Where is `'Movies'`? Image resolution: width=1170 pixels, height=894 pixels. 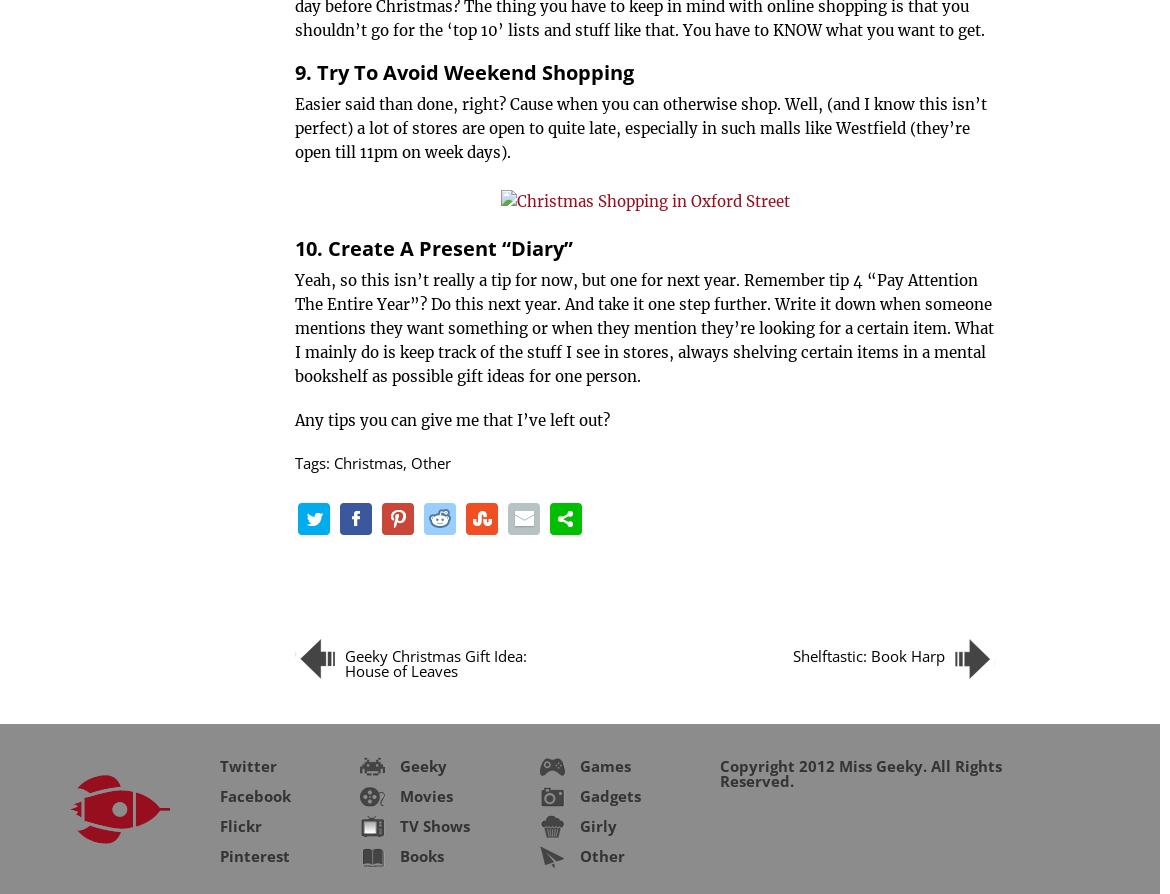 'Movies' is located at coordinates (426, 795).